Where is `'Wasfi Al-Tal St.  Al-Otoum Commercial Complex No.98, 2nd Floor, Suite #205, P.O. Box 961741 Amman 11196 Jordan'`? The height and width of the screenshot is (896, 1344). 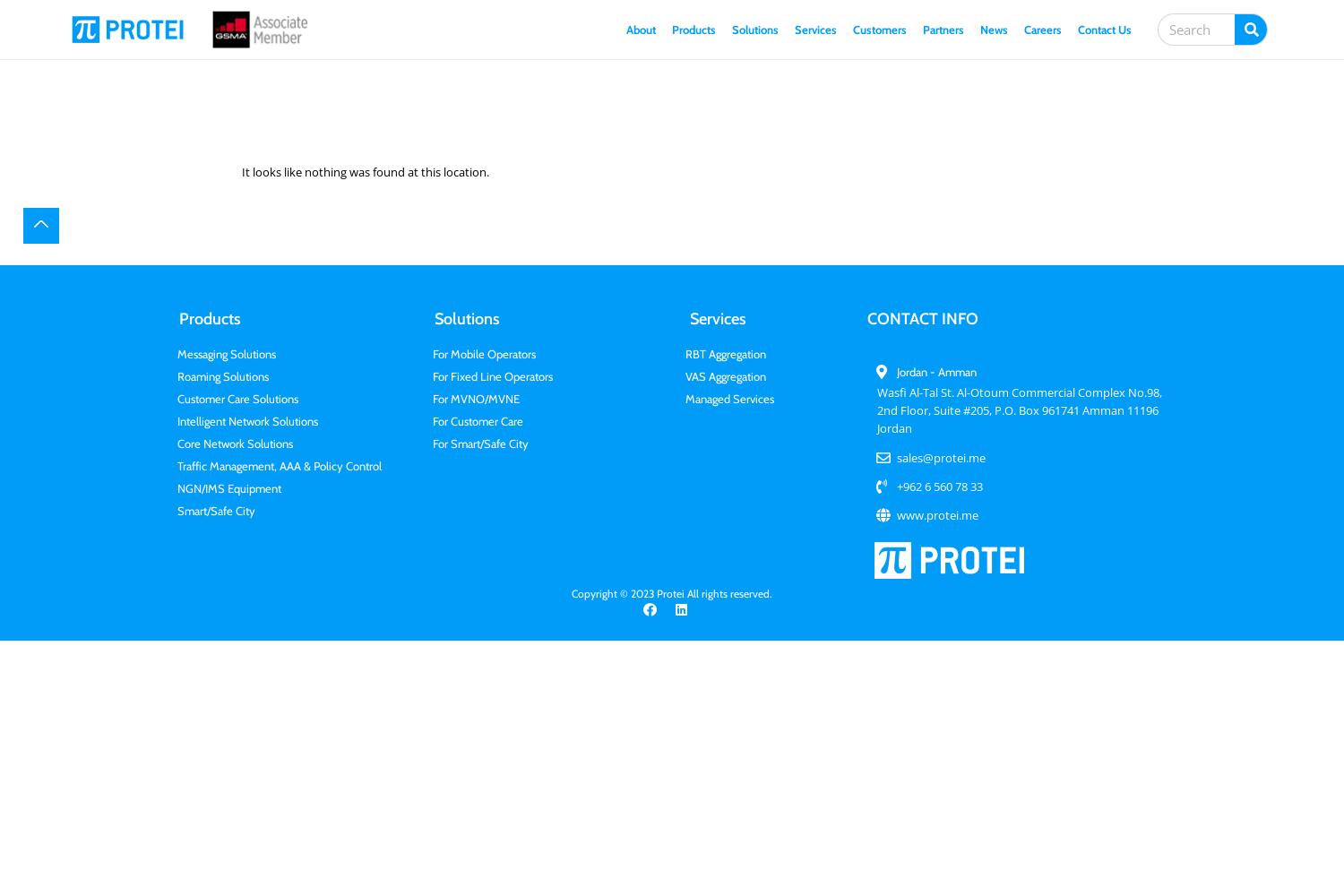 'Wasfi Al-Tal St.  Al-Otoum Commercial Complex No.98, 2nd Floor, Suite #205, P.O. Box 961741 Amman 11196 Jordan' is located at coordinates (1020, 409).